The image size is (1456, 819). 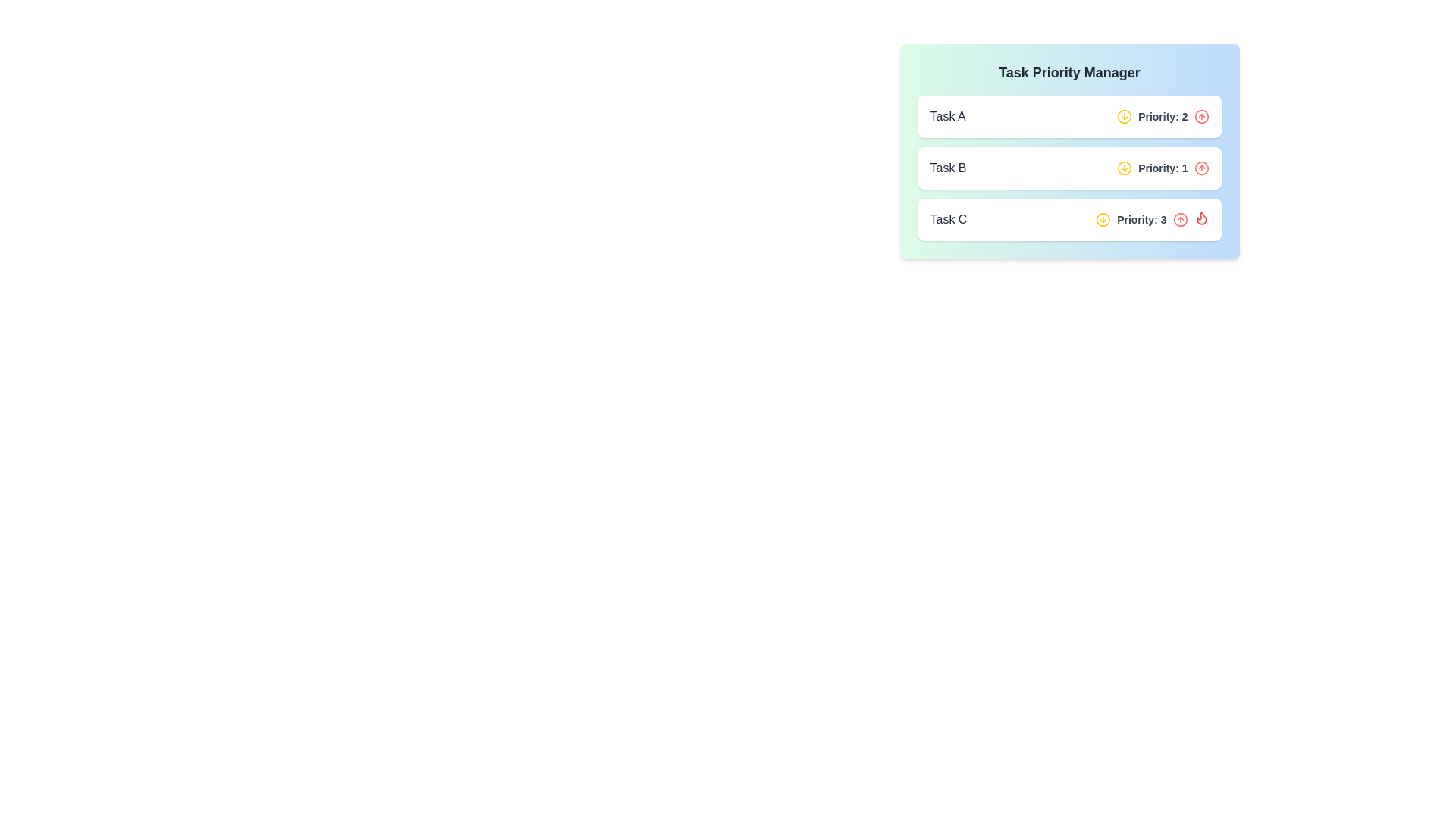 What do you see at coordinates (1200, 218) in the screenshot?
I see `the Decorative icon representing the urgency level for 'Task C' in the 'Task Priority Manager' interface` at bounding box center [1200, 218].